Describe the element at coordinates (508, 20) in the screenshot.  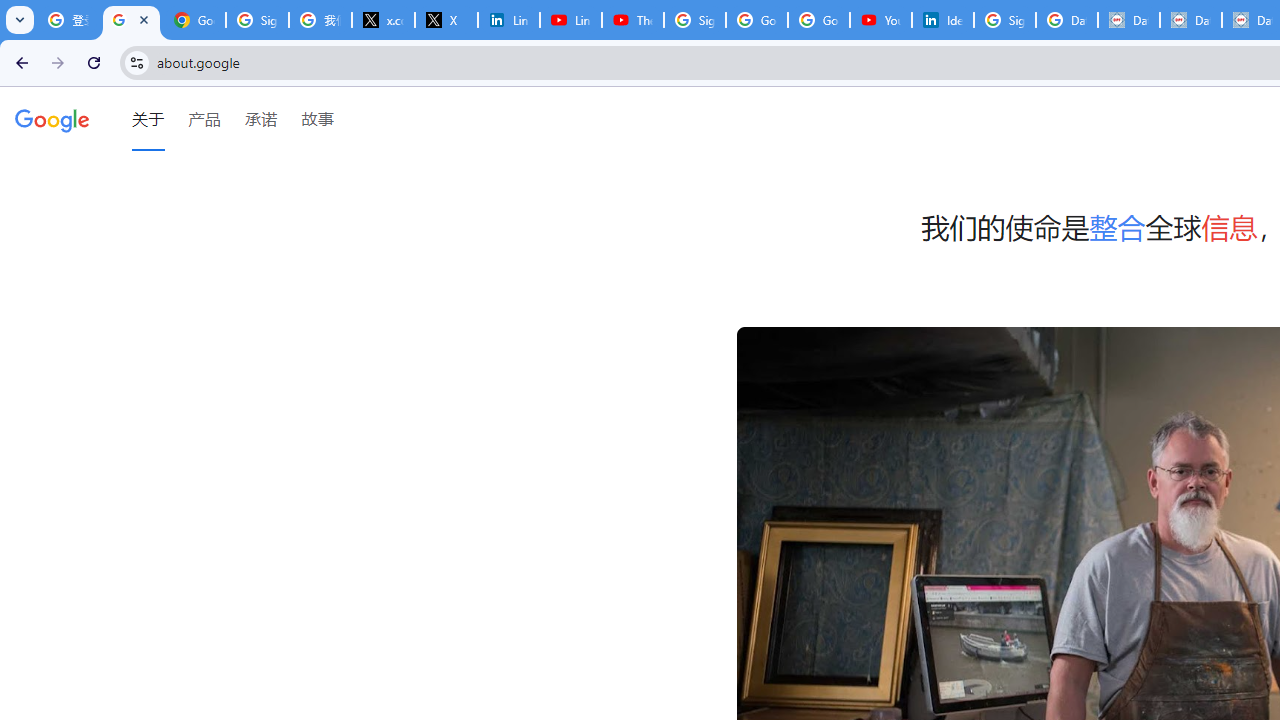
I see `'LinkedIn Privacy Policy'` at that location.